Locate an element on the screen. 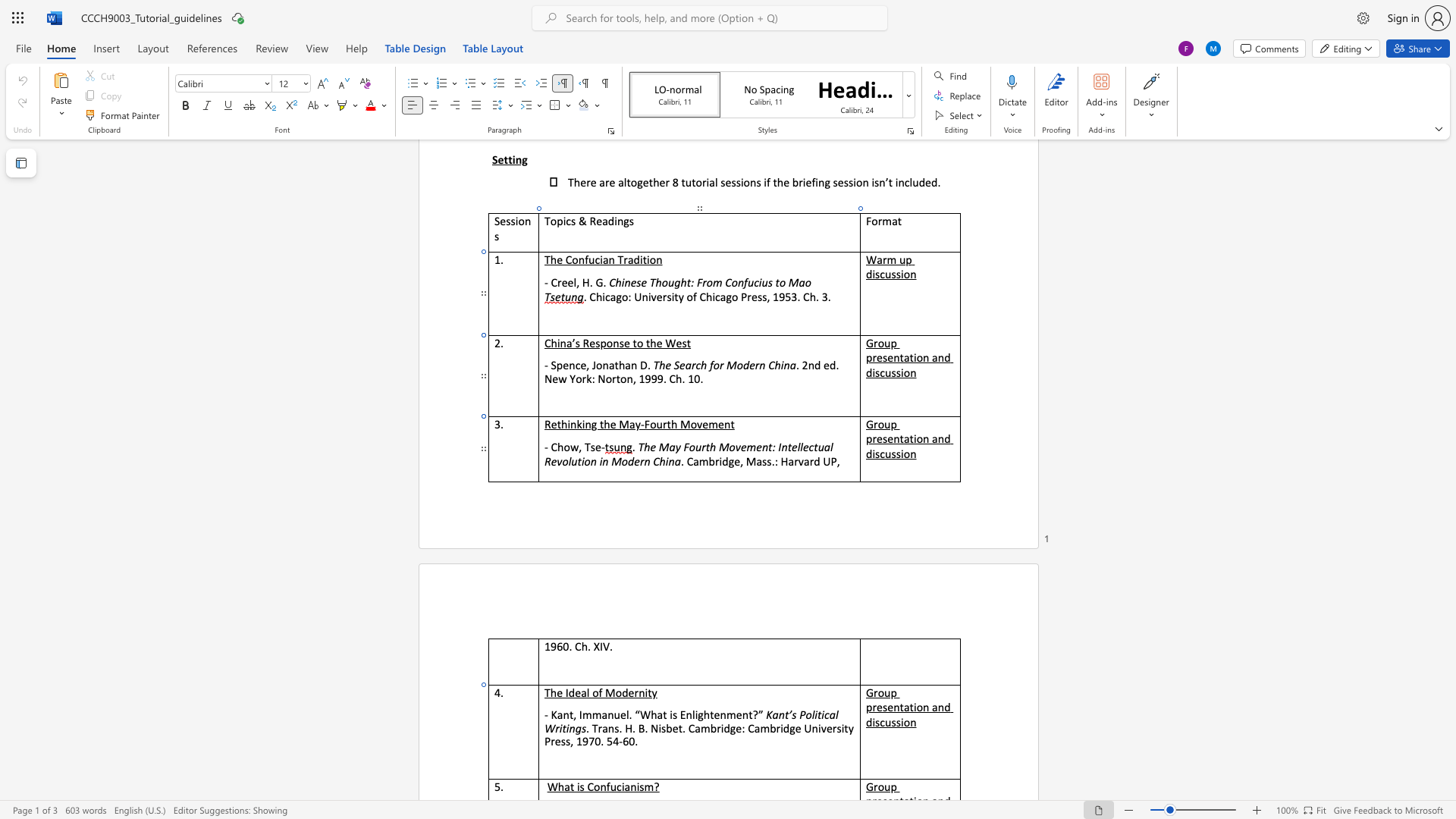  the 1th character "l" in the text is located at coordinates (587, 692).